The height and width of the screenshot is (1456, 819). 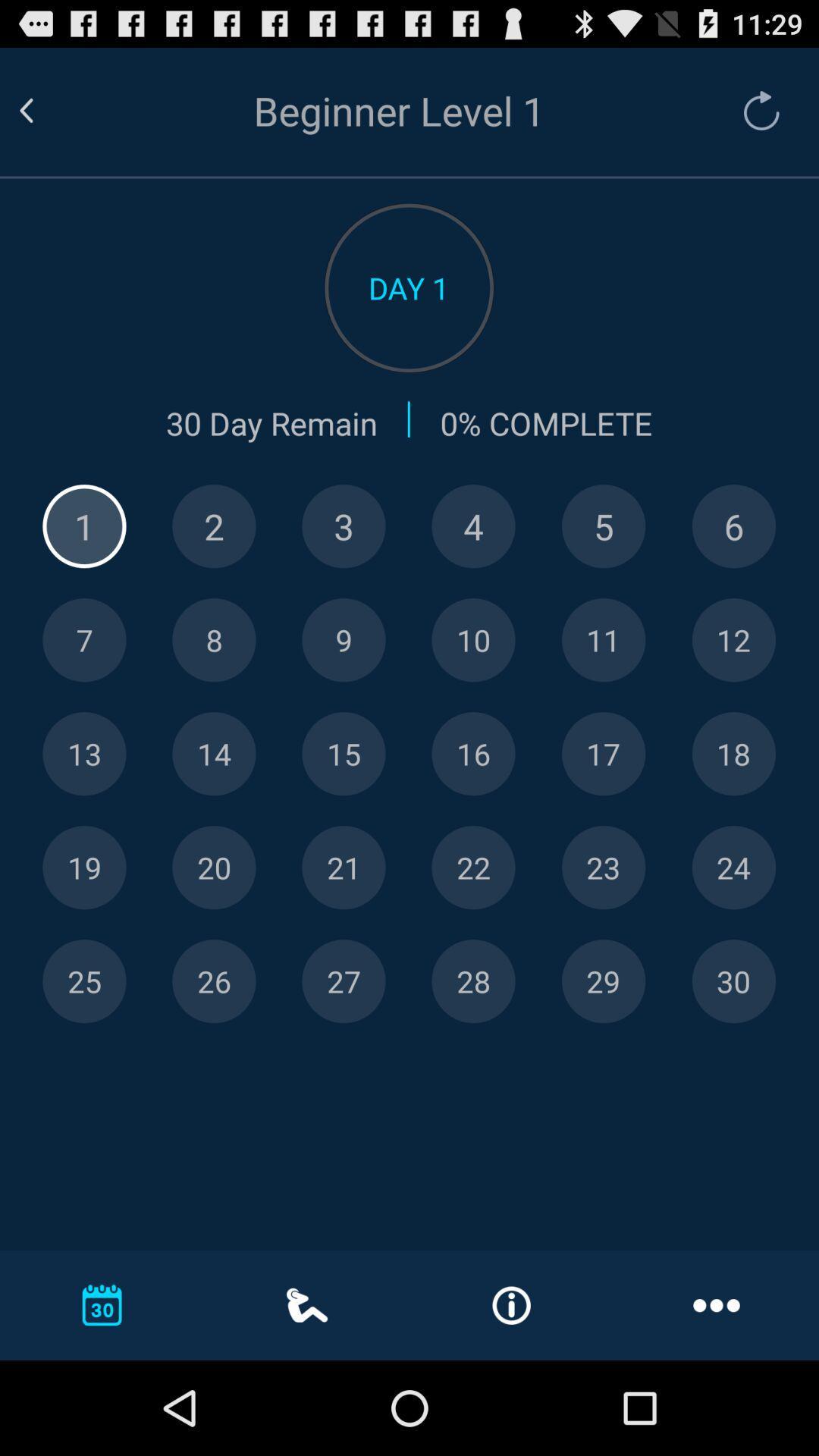 I want to click on let you look at that specific day, so click(x=472, y=981).